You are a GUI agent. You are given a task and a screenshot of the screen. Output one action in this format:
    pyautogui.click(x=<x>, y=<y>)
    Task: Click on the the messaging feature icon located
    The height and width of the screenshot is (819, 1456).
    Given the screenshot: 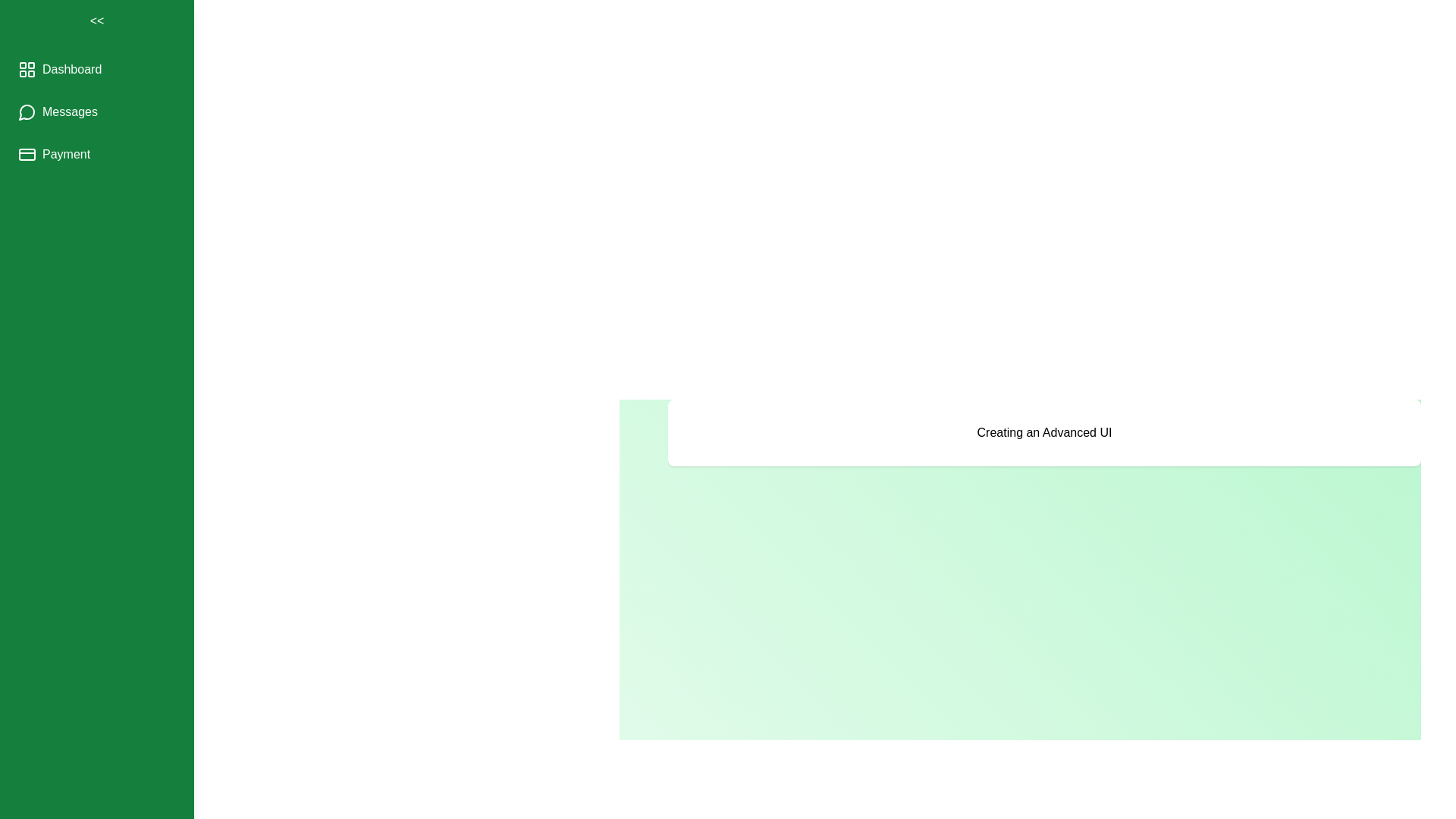 What is the action you would take?
    pyautogui.click(x=27, y=111)
    